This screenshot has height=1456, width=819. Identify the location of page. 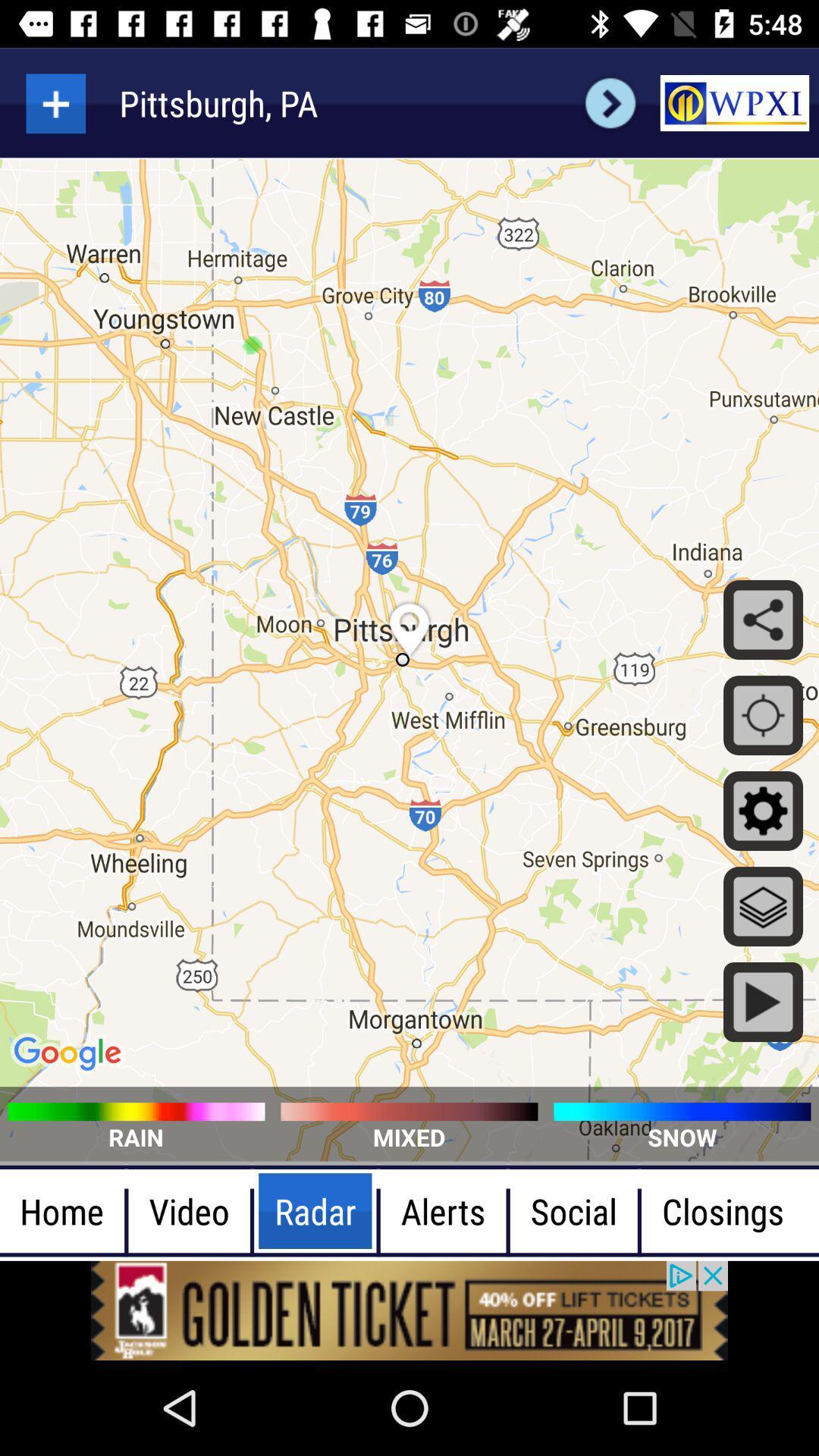
(55, 102).